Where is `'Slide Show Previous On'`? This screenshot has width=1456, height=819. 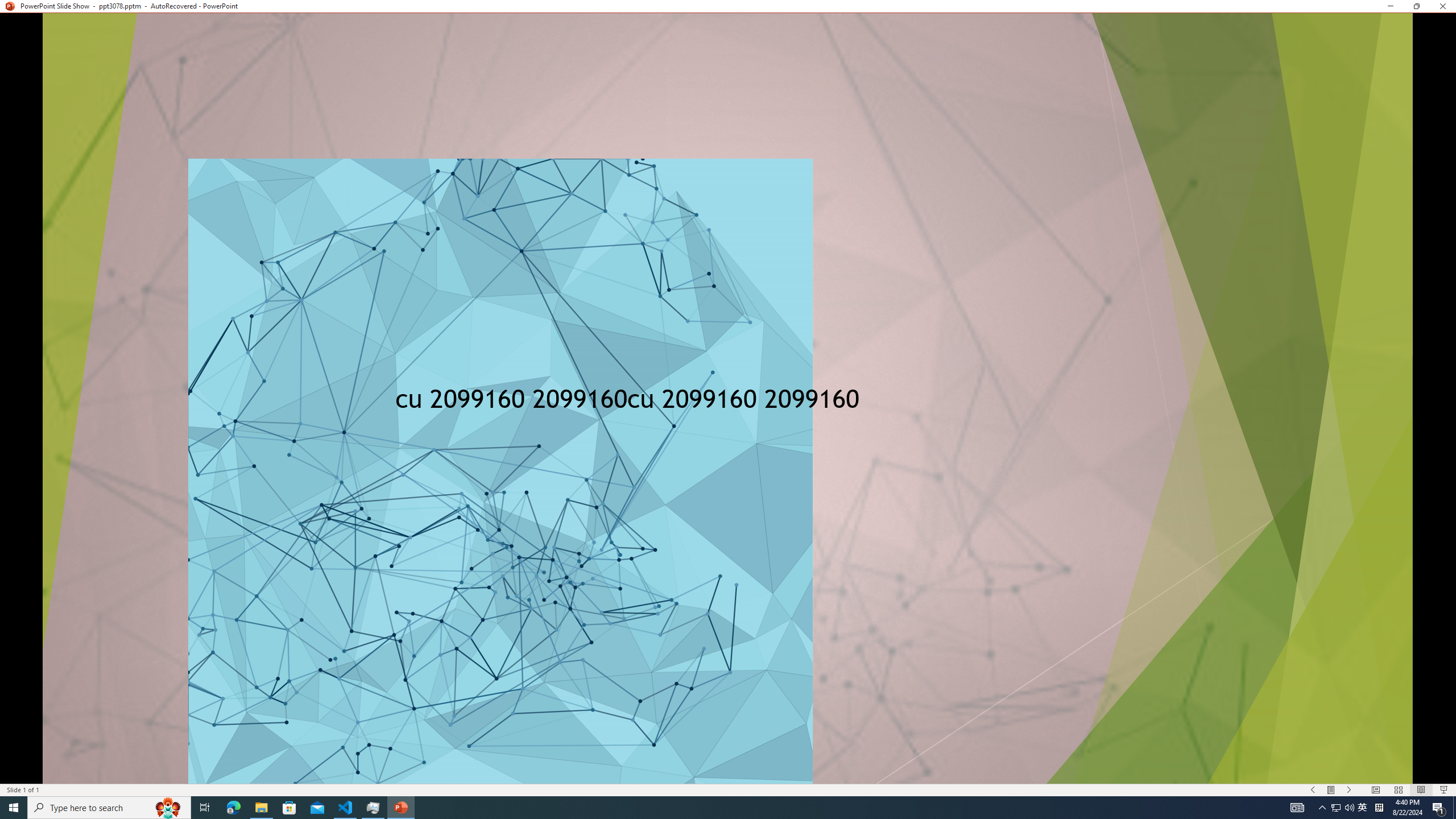 'Slide Show Previous On' is located at coordinates (1313, 790).